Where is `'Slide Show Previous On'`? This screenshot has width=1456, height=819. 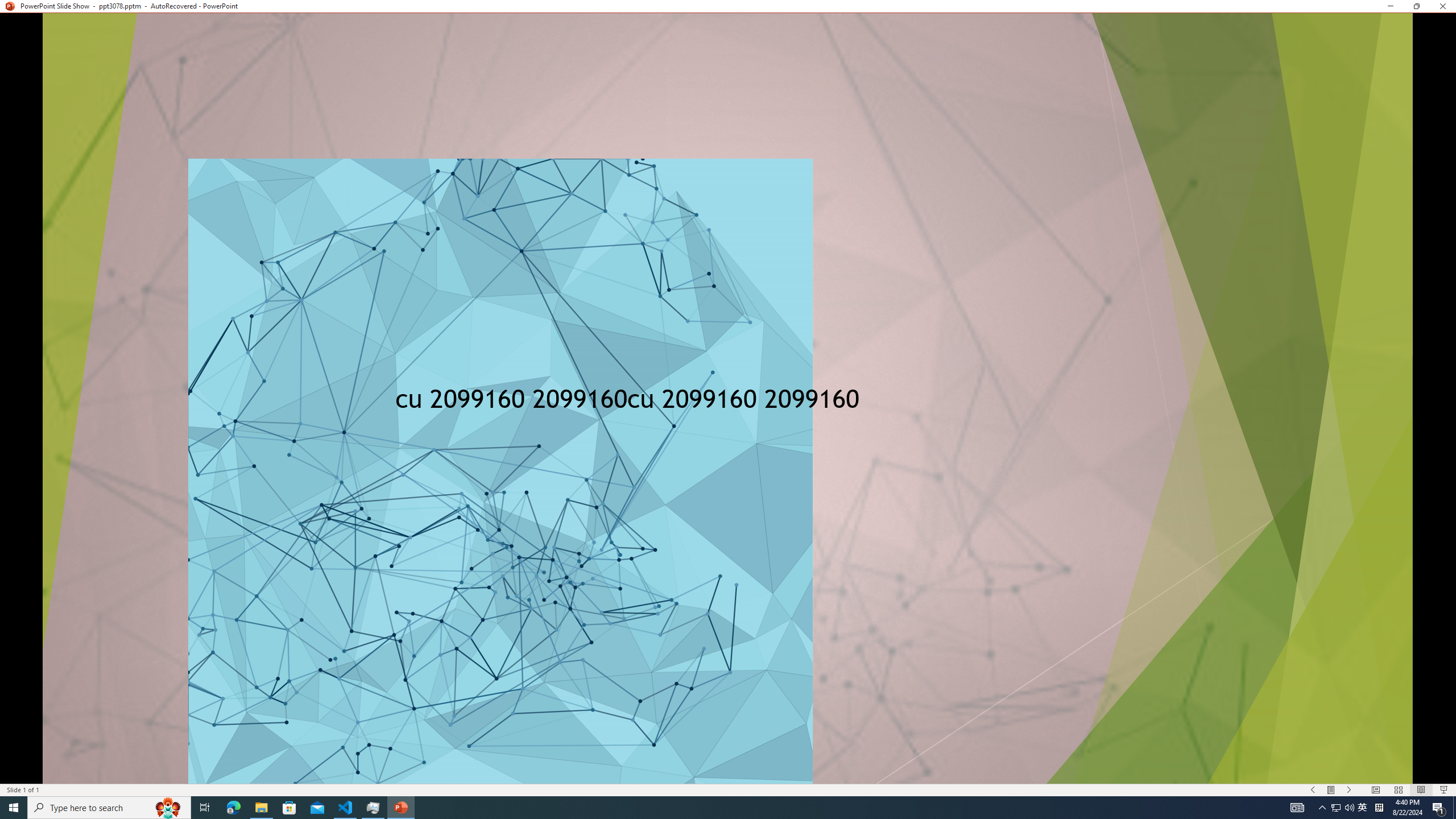 'Slide Show Previous On' is located at coordinates (1313, 790).